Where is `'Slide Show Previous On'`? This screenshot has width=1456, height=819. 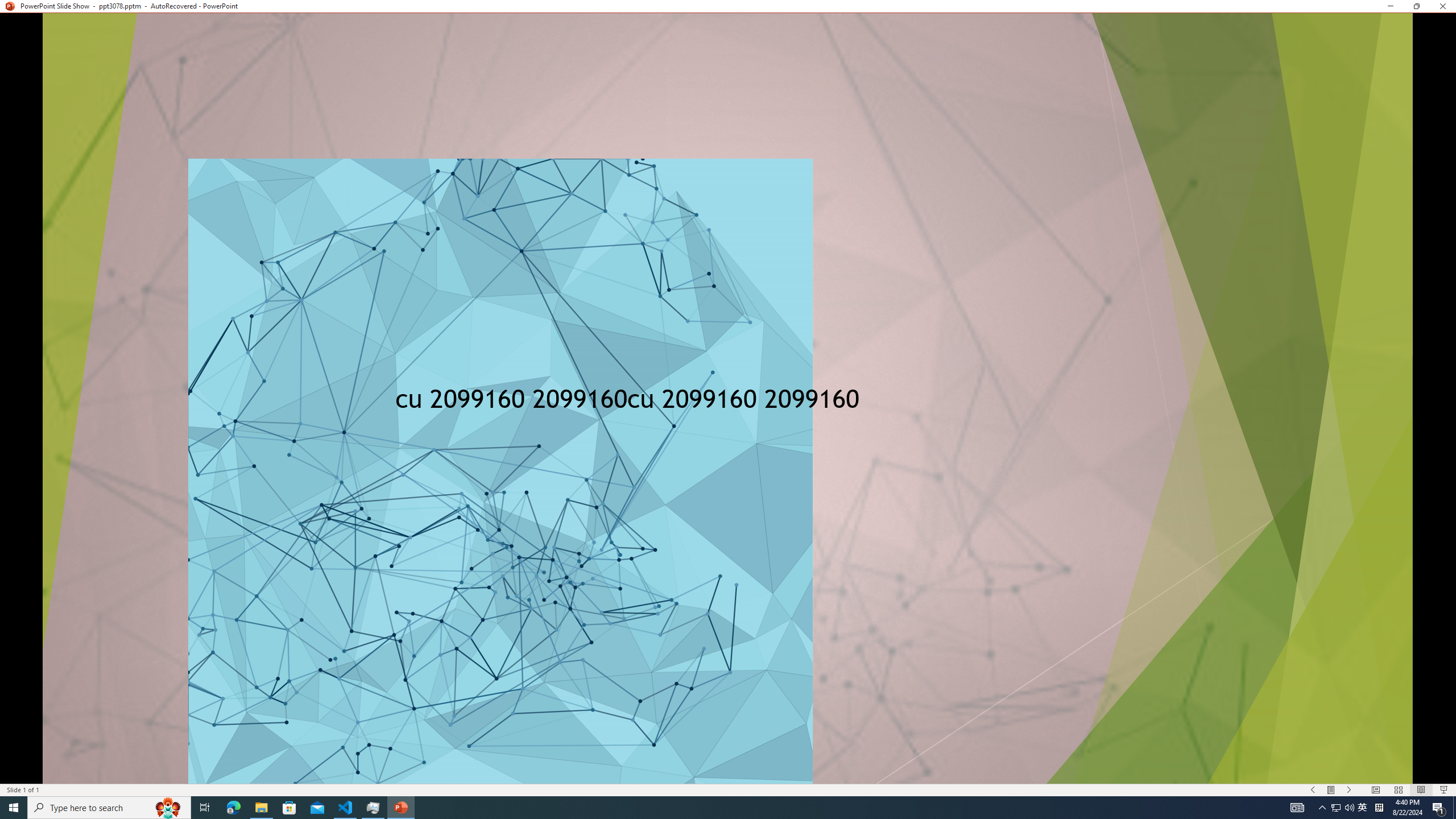 'Slide Show Previous On' is located at coordinates (1313, 790).